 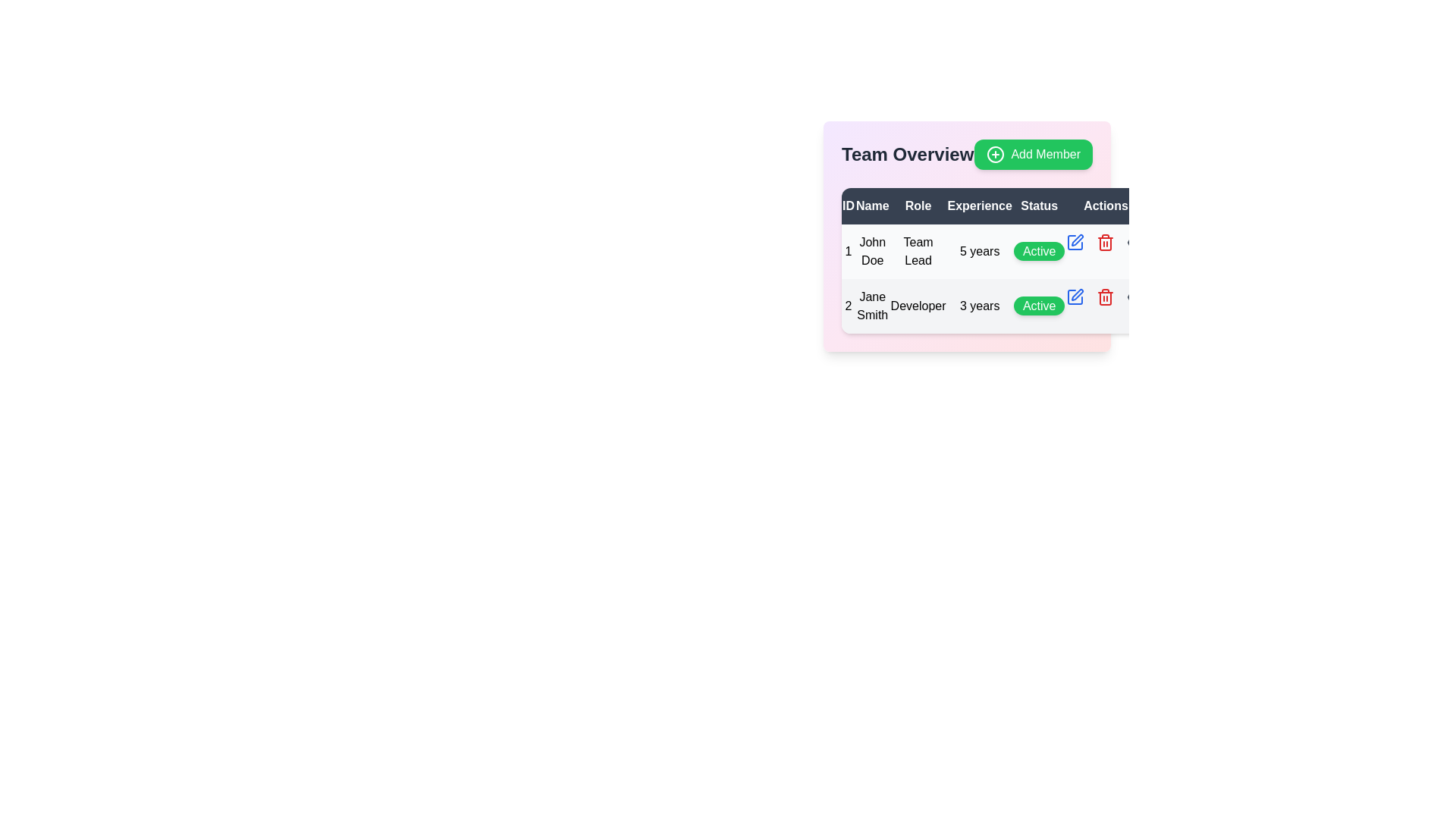 What do you see at coordinates (908, 155) in the screenshot?
I see `the Text Label that serves as a heading for the interface section, indicating the content is related to an overview of the team` at bounding box center [908, 155].